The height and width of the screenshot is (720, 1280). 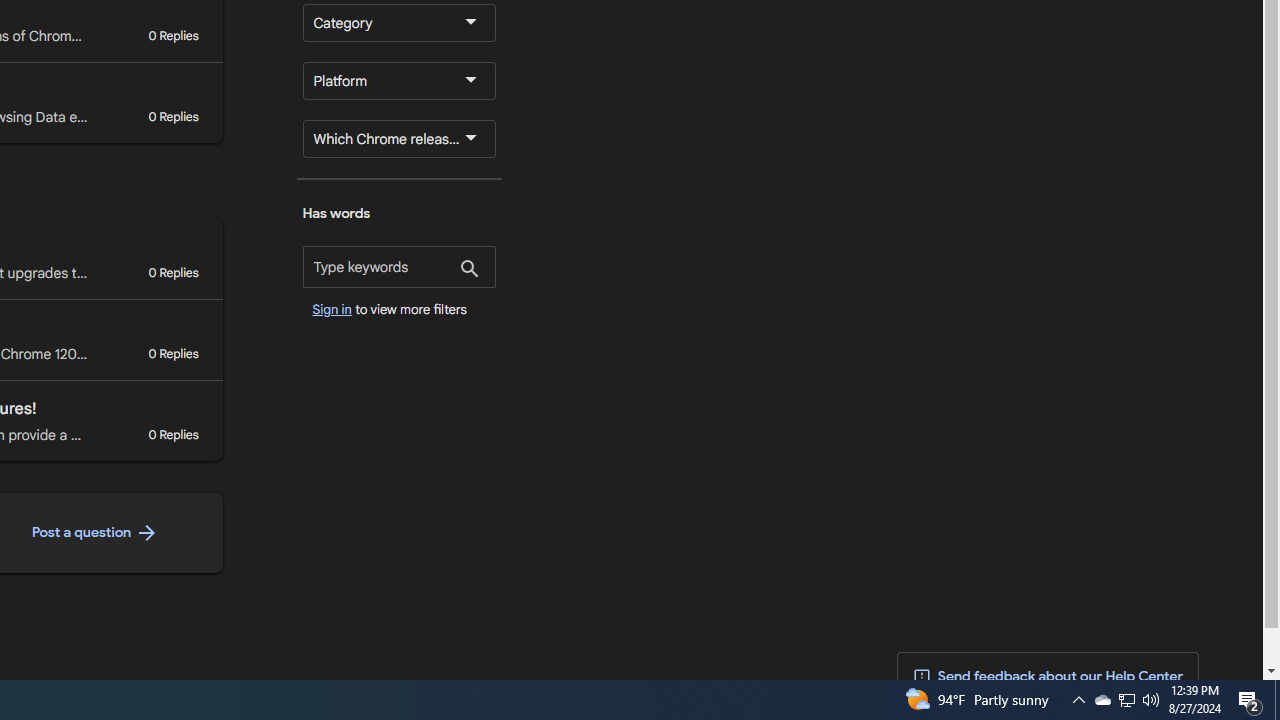 I want to click on 'Platform', so click(x=399, y=80).